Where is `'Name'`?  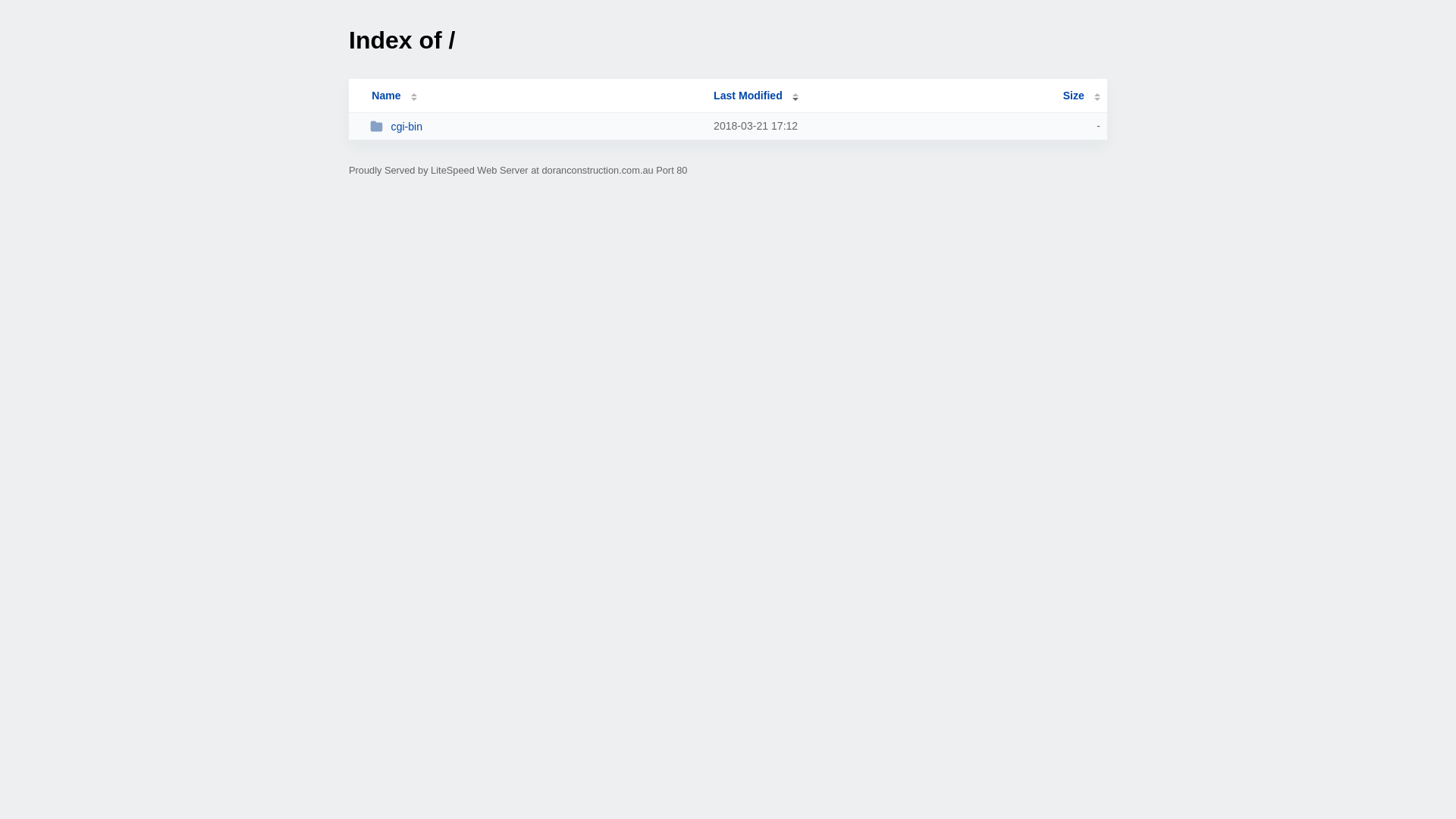
'Name' is located at coordinates (385, 96).